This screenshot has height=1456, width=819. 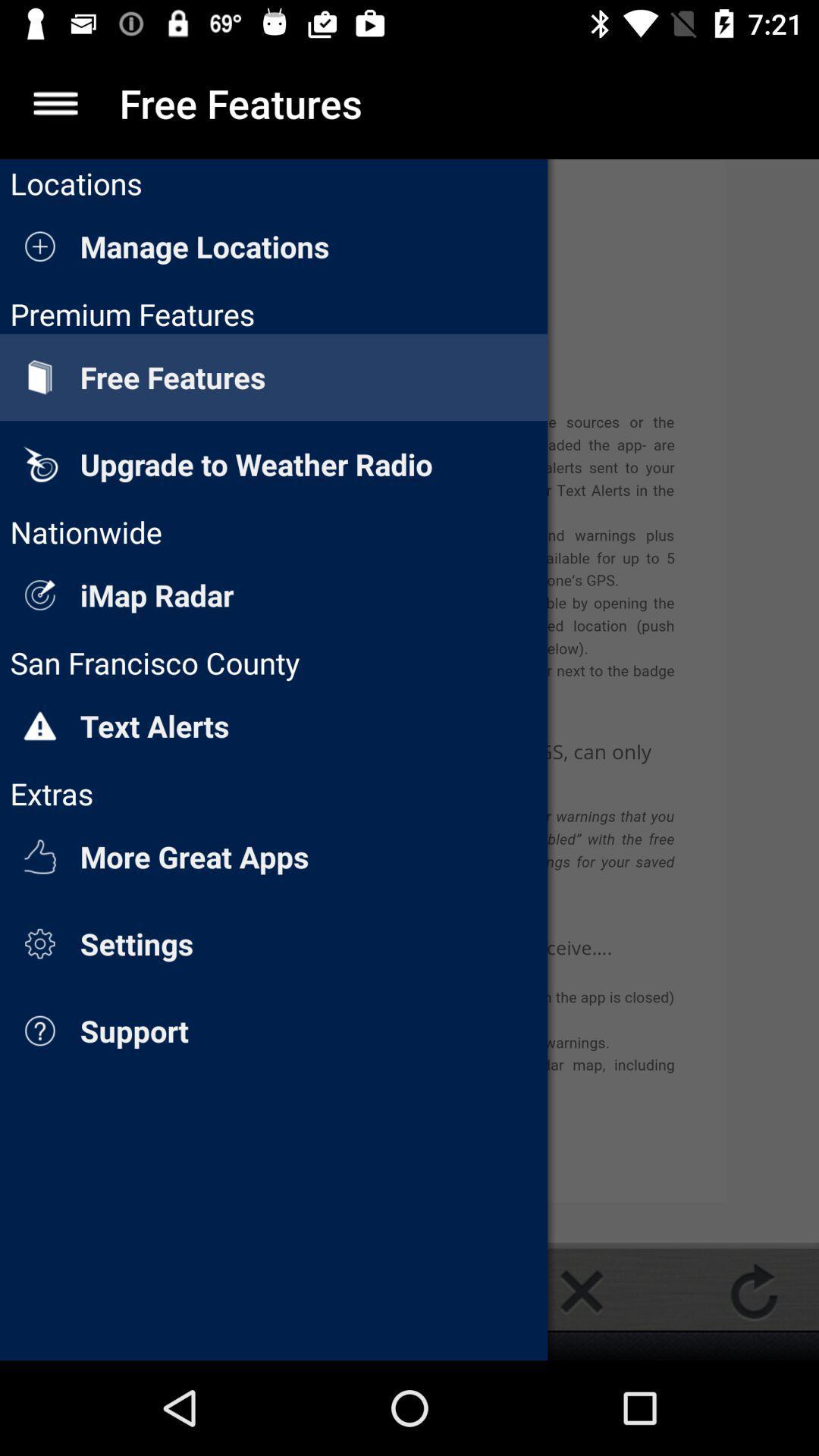 I want to click on document, so click(x=581, y=1291).